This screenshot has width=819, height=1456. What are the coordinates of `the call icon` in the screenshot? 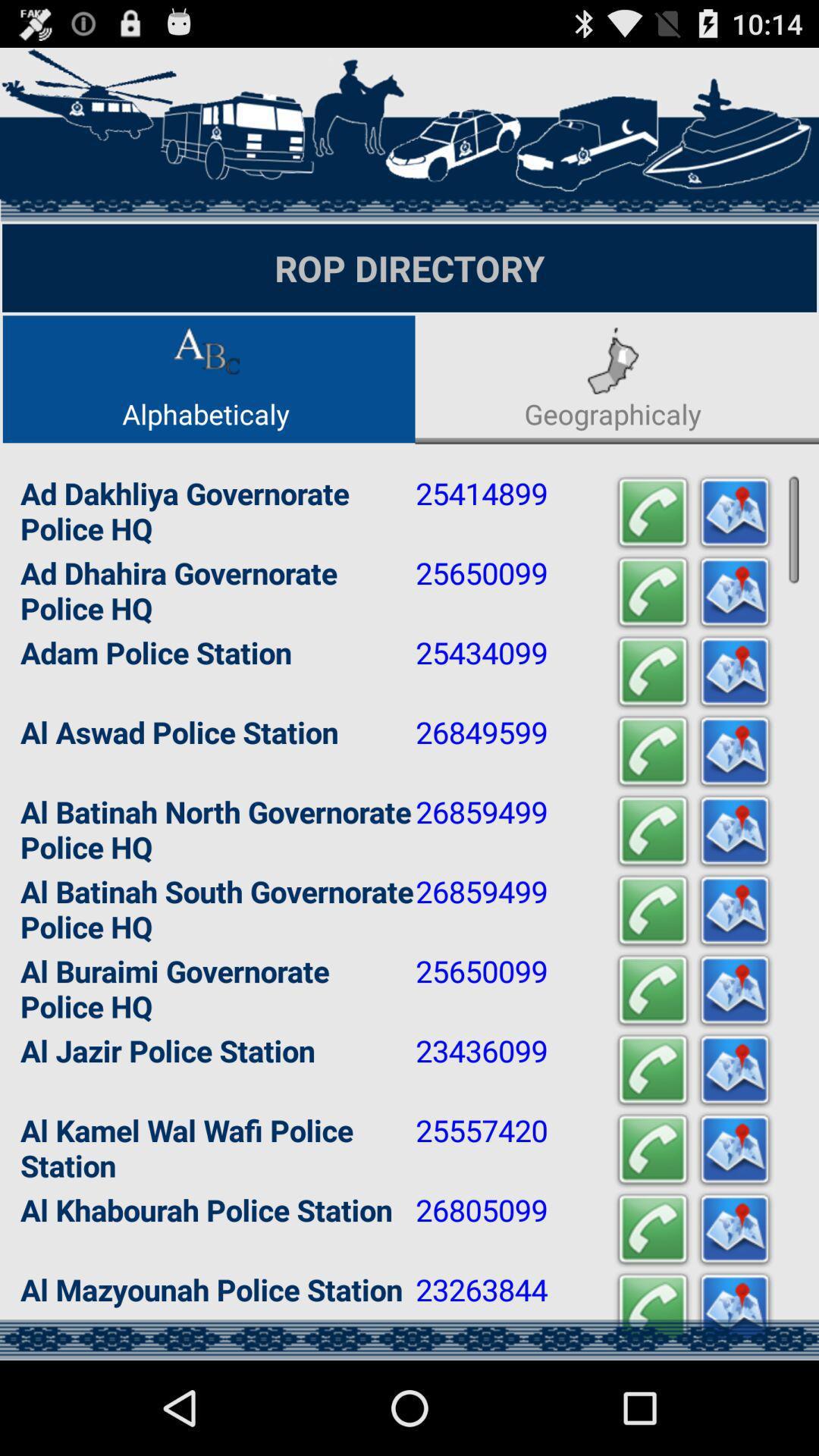 It's located at (651, 718).